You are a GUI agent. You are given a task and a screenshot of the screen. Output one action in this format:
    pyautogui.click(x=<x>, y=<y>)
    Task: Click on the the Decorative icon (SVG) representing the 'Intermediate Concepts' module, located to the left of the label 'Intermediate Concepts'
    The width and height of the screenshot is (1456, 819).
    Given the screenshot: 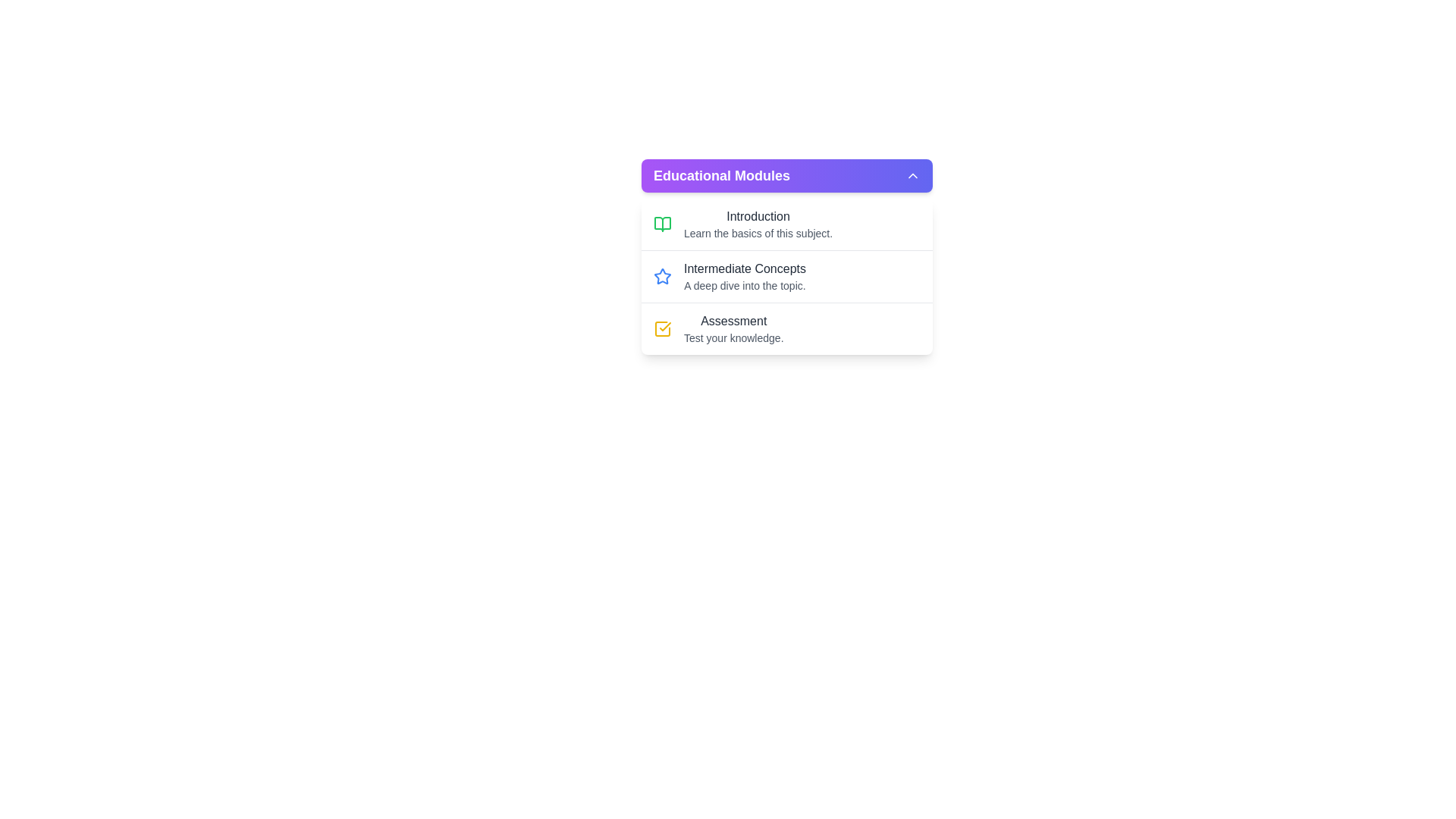 What is the action you would take?
    pyautogui.click(x=662, y=277)
    